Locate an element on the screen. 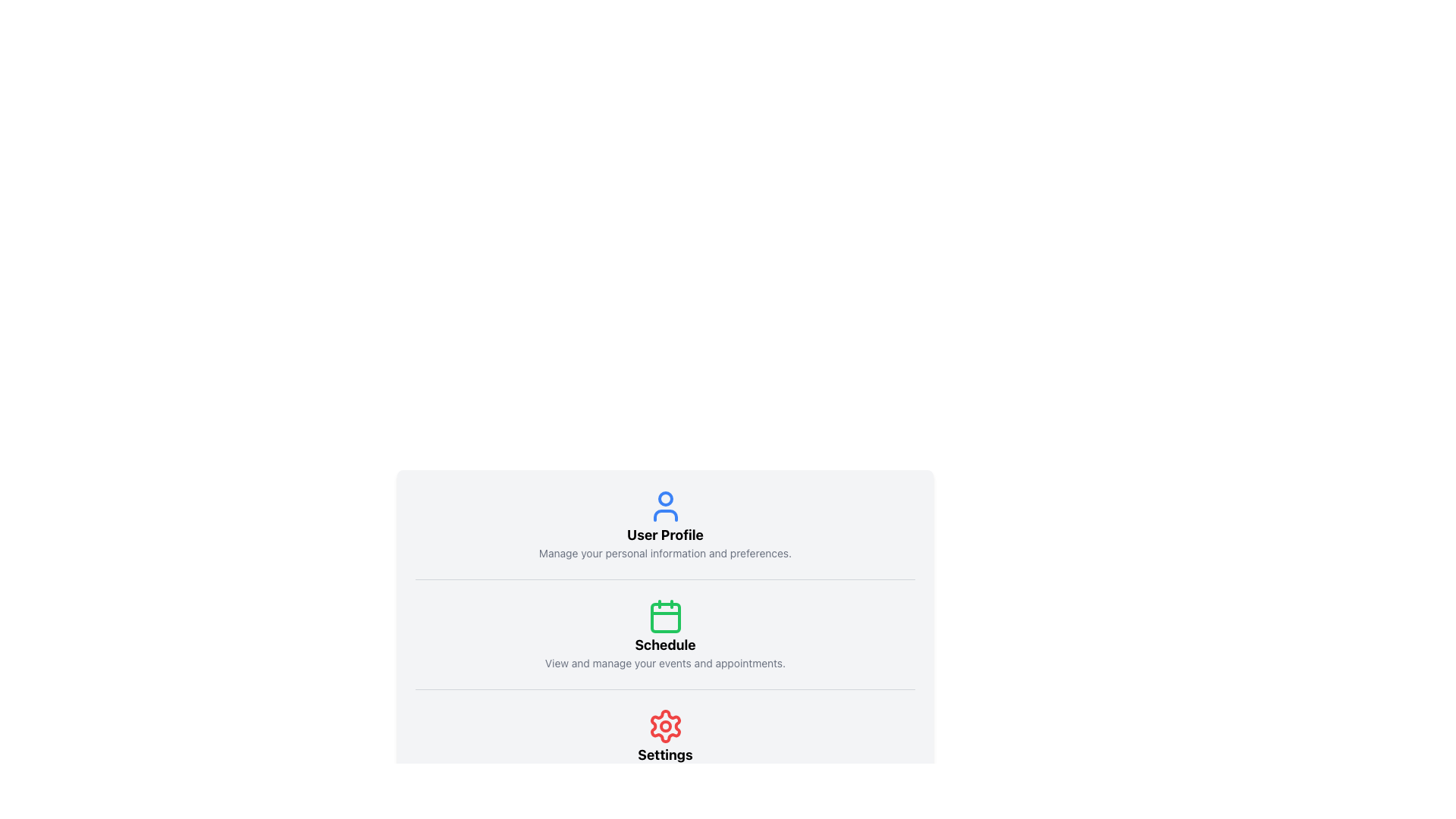 The height and width of the screenshot is (819, 1456). the central Informational section for scheduling, located between the 'User Profile' and 'Settings' sections is located at coordinates (665, 635).